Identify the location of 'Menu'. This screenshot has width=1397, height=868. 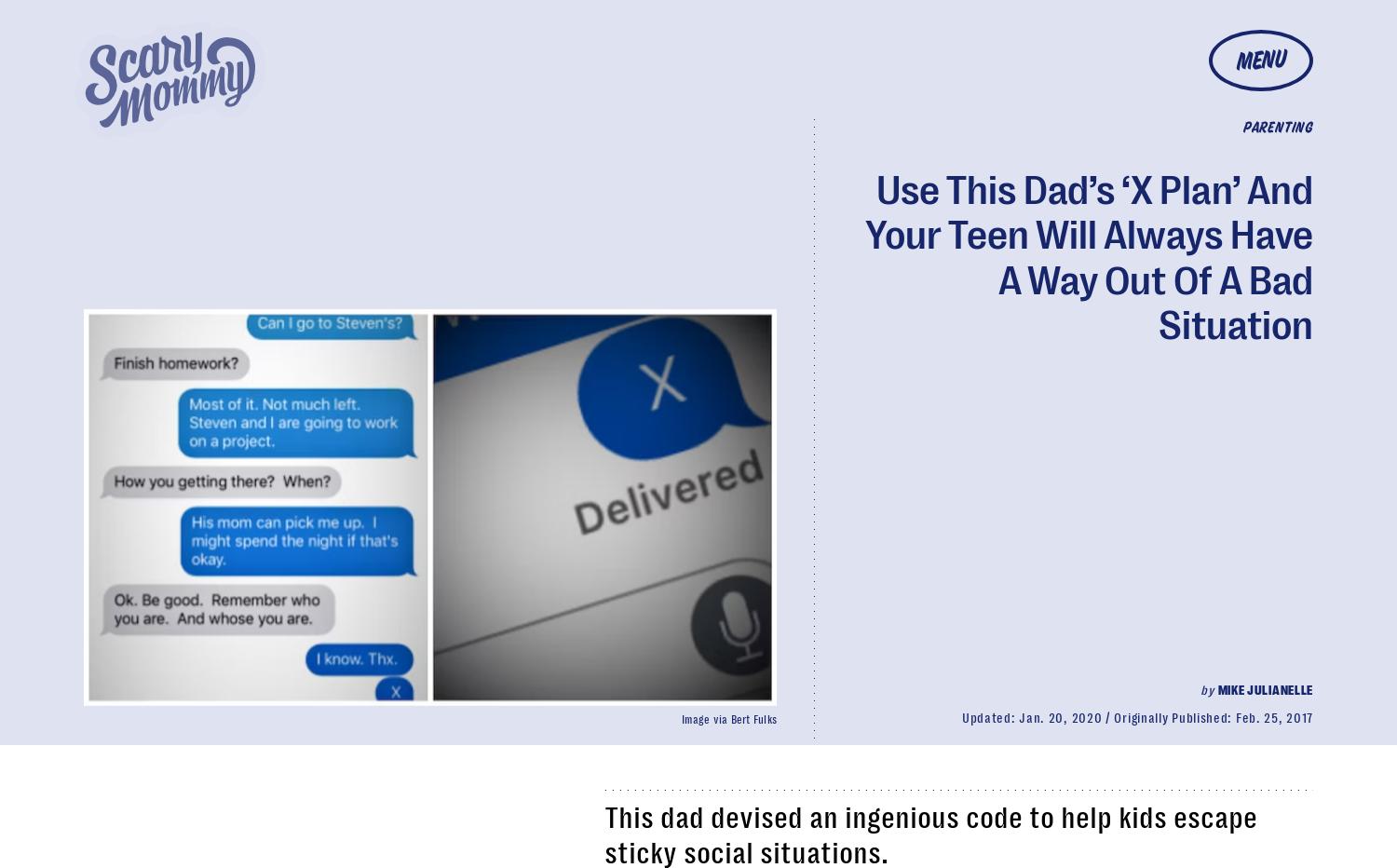
(1259, 61).